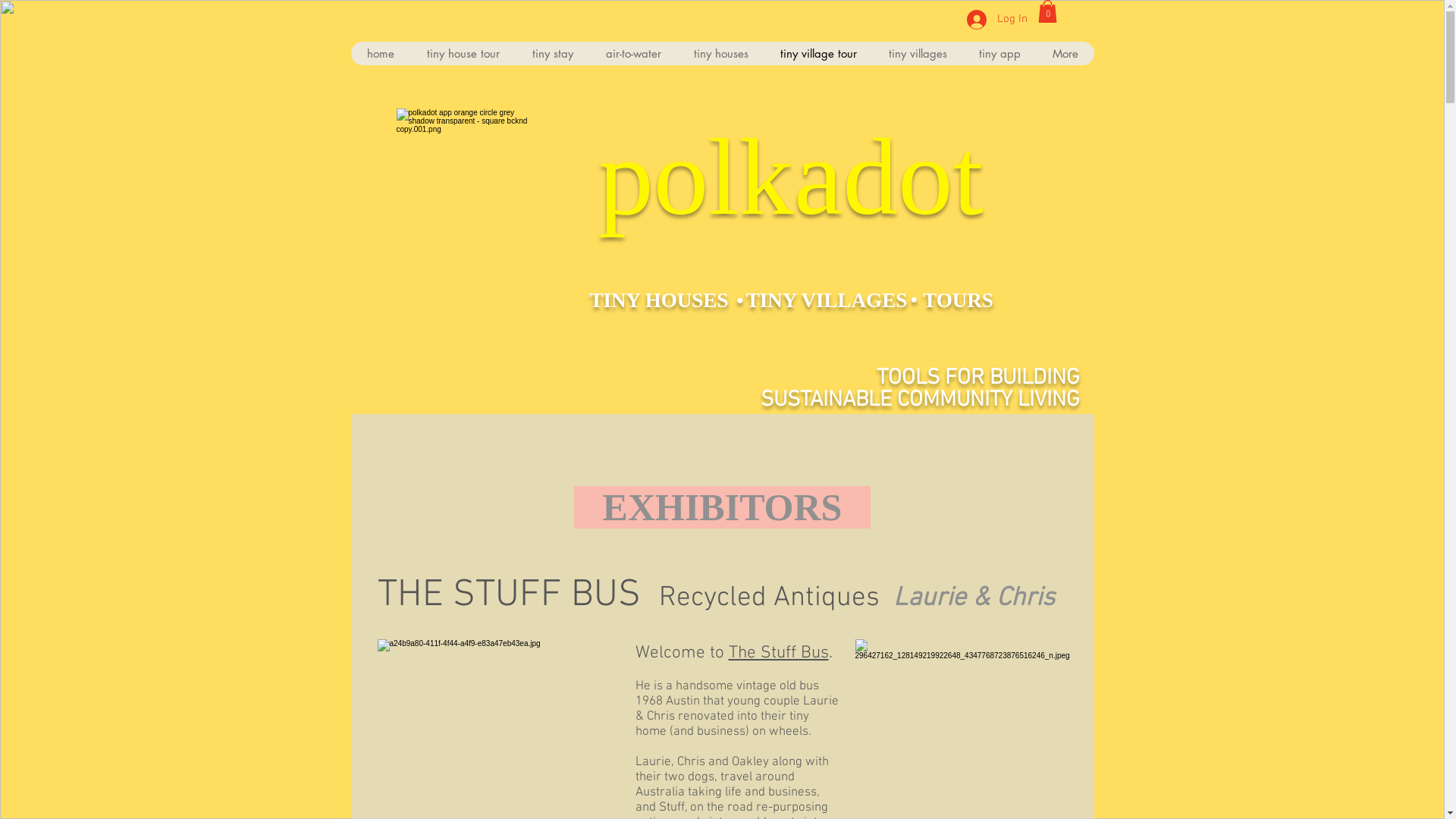 The image size is (1456, 819). I want to click on 'tiny stay', so click(551, 52).